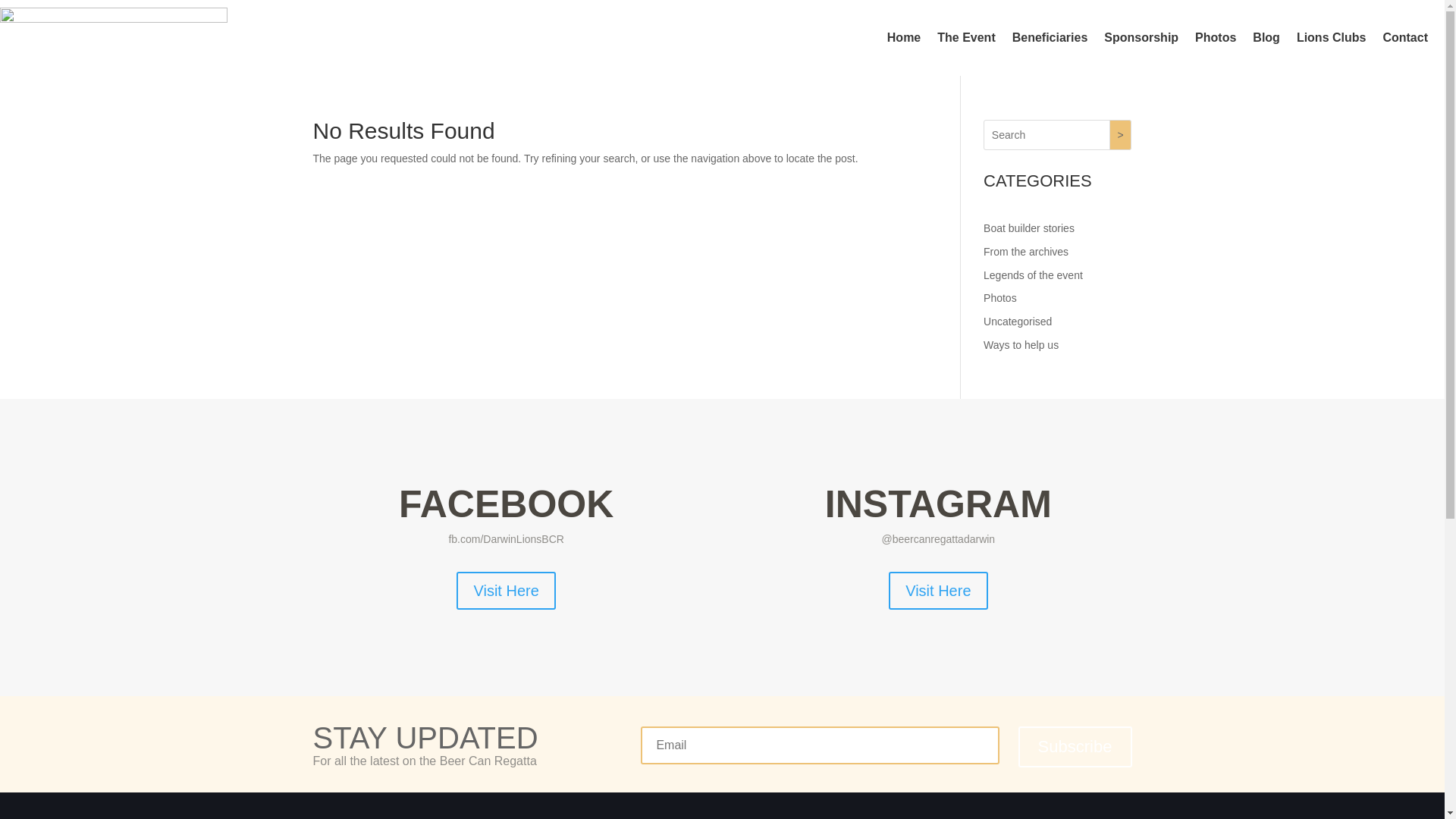 Image resolution: width=1456 pixels, height=819 pixels. I want to click on 'Ways to help us', so click(1021, 345).